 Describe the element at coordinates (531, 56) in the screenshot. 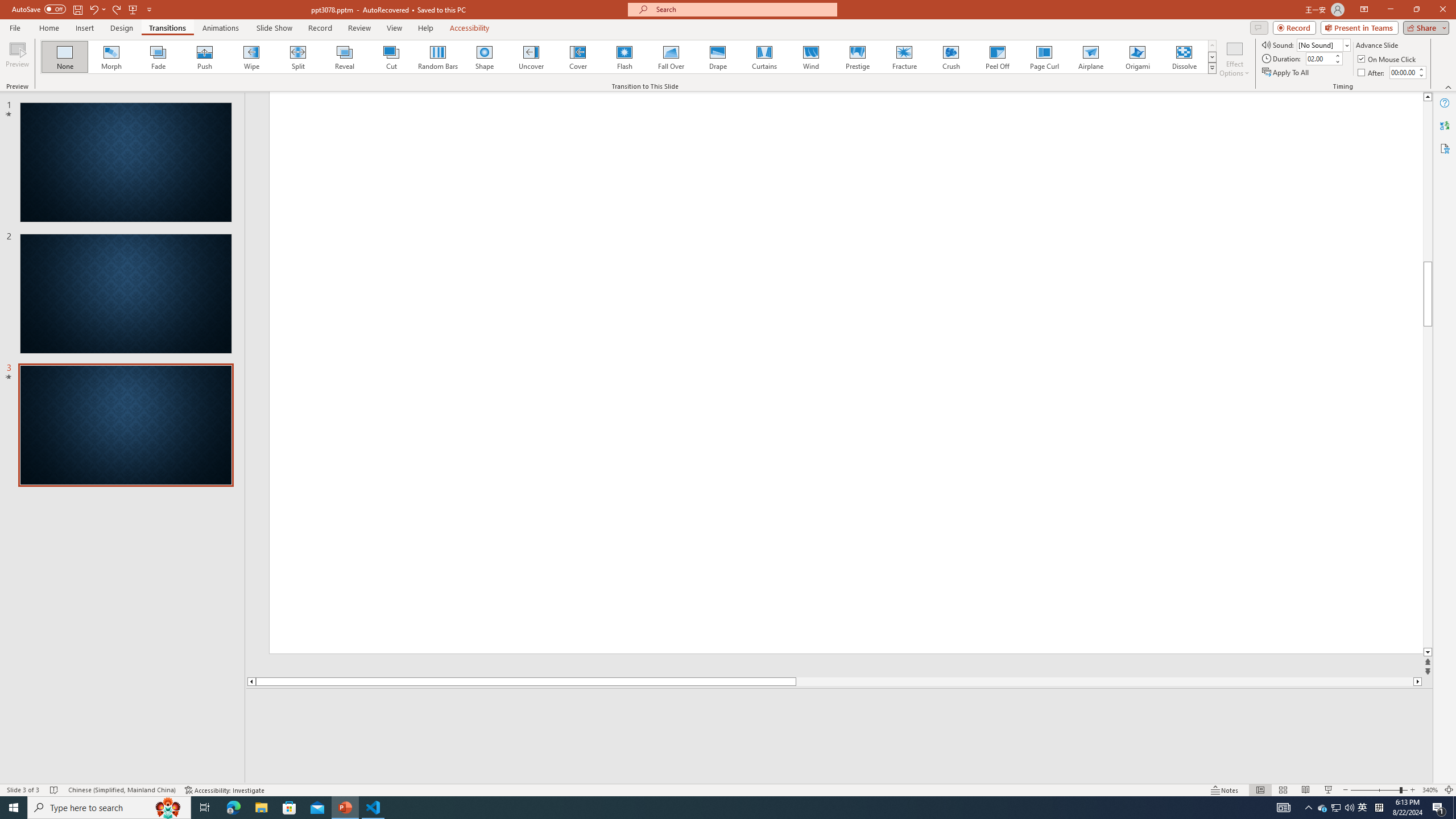

I see `'Uncover'` at that location.